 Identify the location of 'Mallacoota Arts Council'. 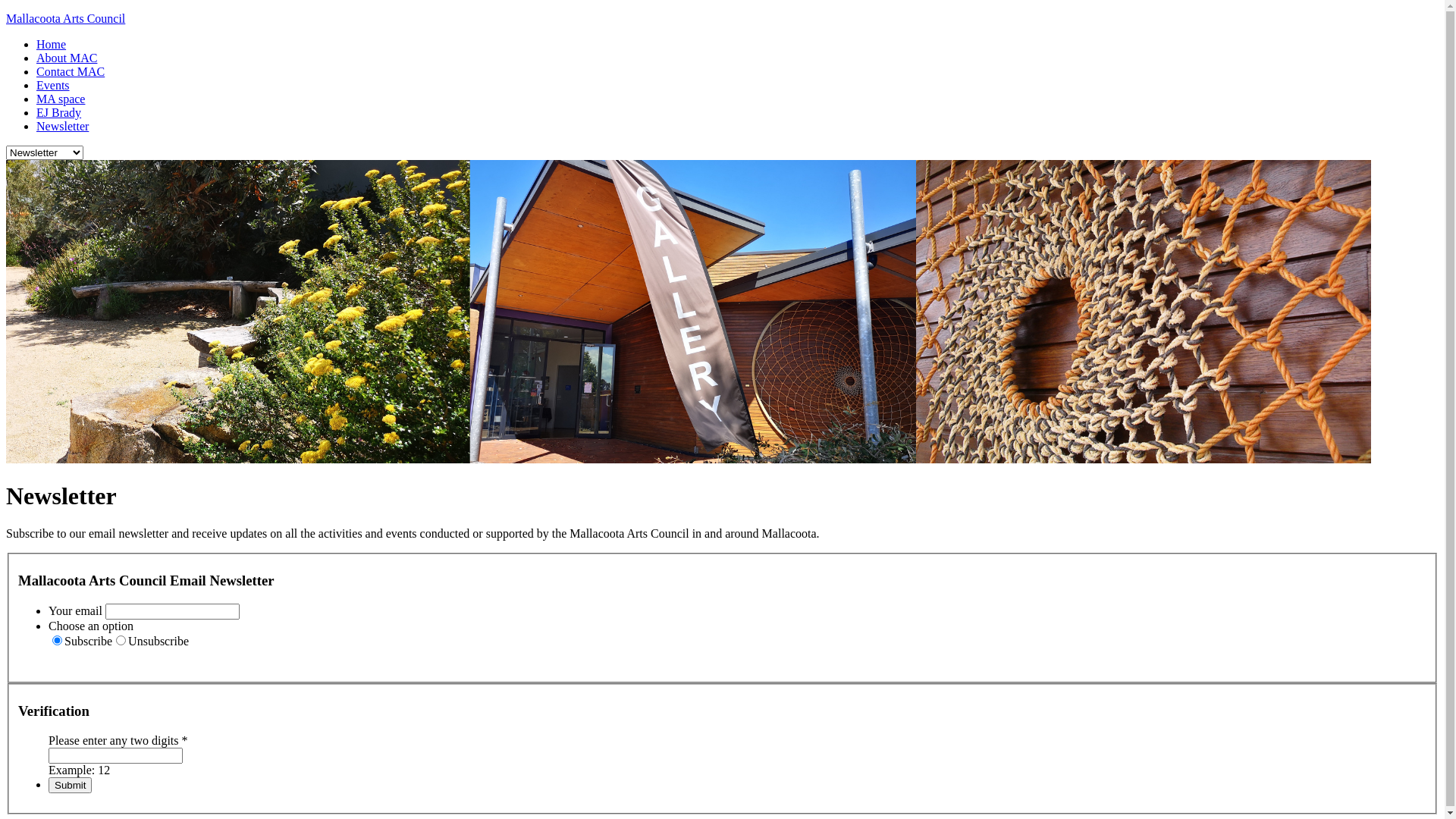
(64, 18).